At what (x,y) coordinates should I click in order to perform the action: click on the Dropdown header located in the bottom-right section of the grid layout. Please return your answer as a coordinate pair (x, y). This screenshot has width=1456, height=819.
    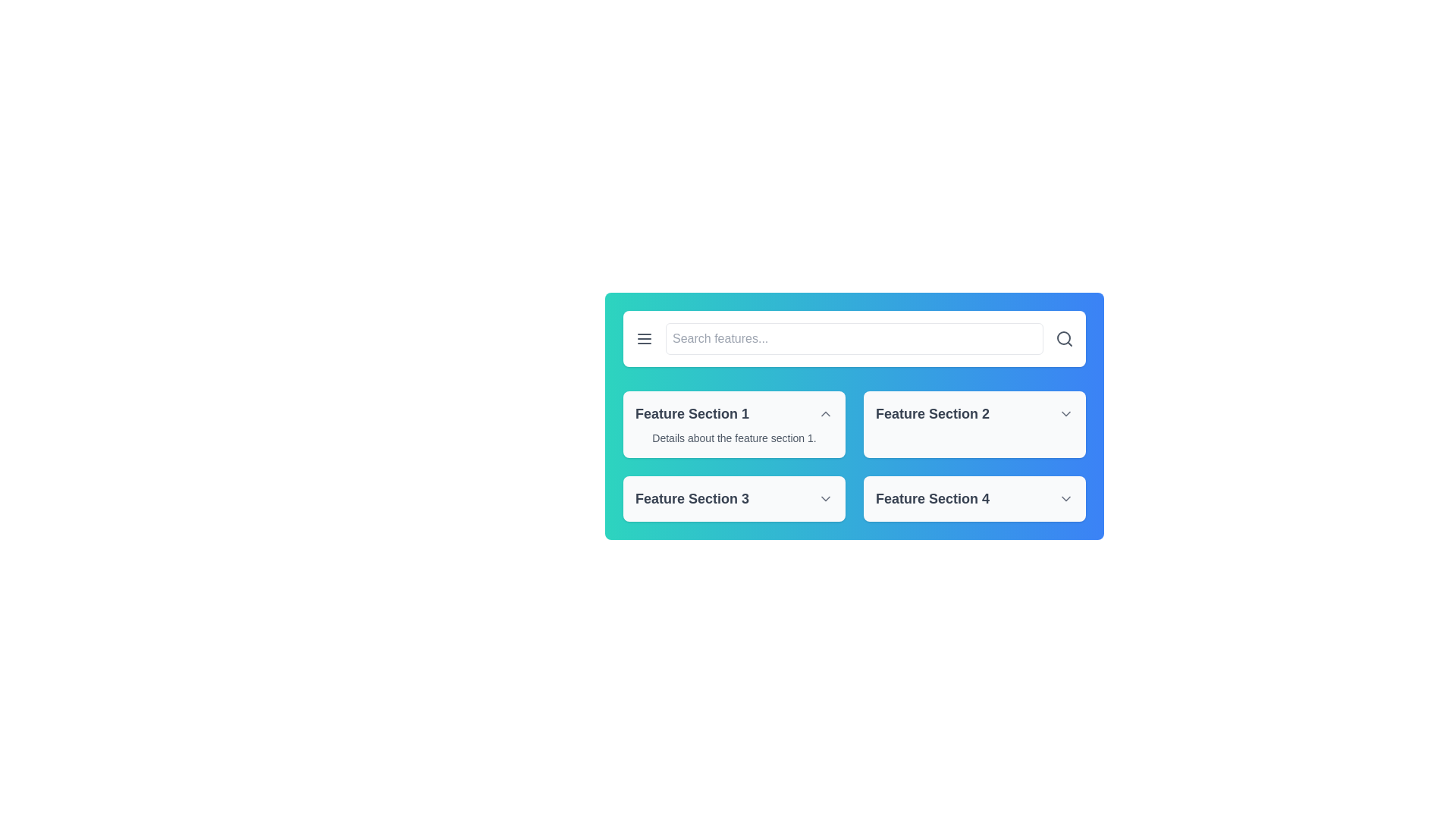
    Looking at the image, I should click on (974, 499).